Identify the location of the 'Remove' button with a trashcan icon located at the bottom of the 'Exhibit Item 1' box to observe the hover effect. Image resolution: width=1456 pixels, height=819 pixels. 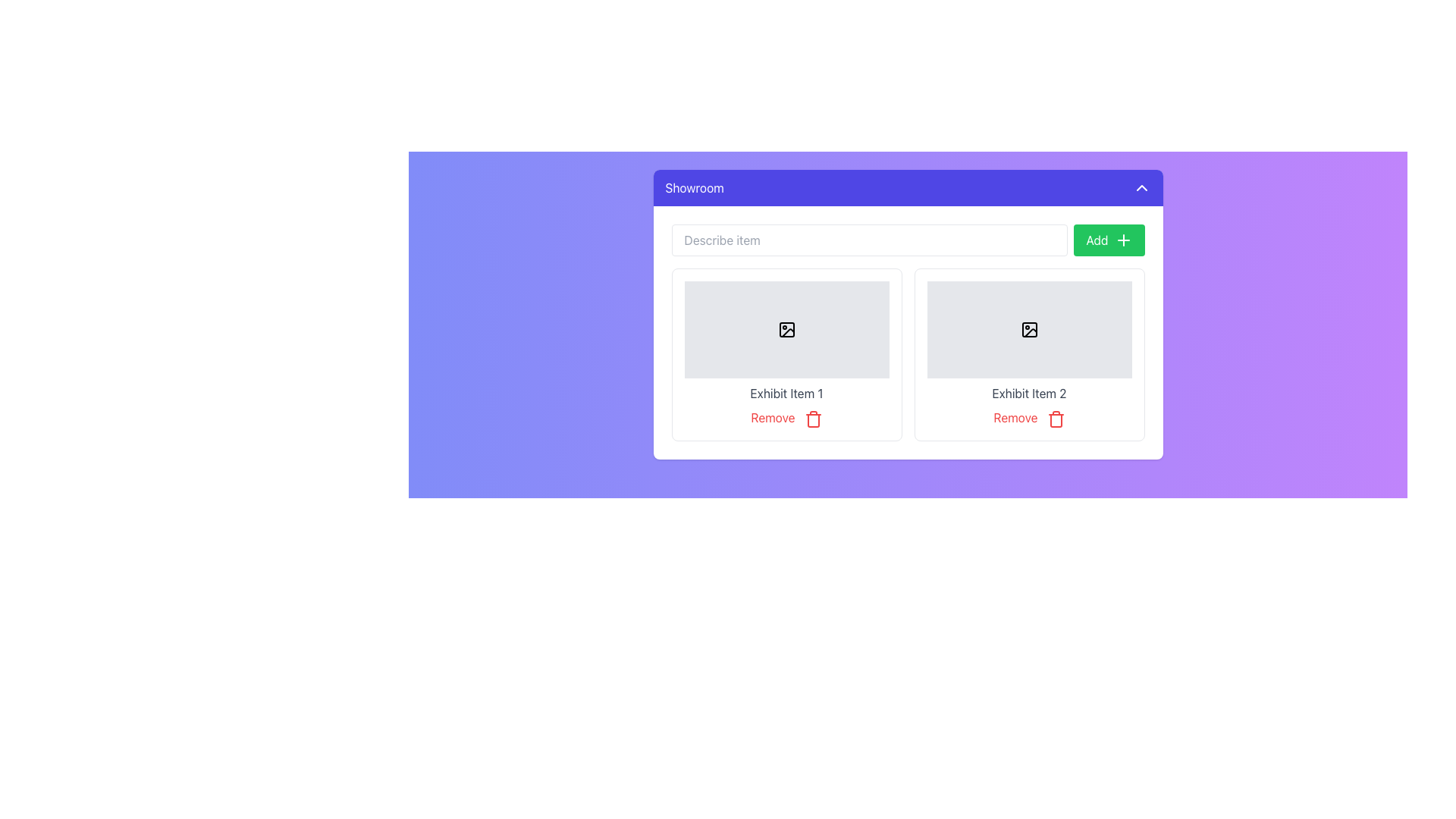
(786, 418).